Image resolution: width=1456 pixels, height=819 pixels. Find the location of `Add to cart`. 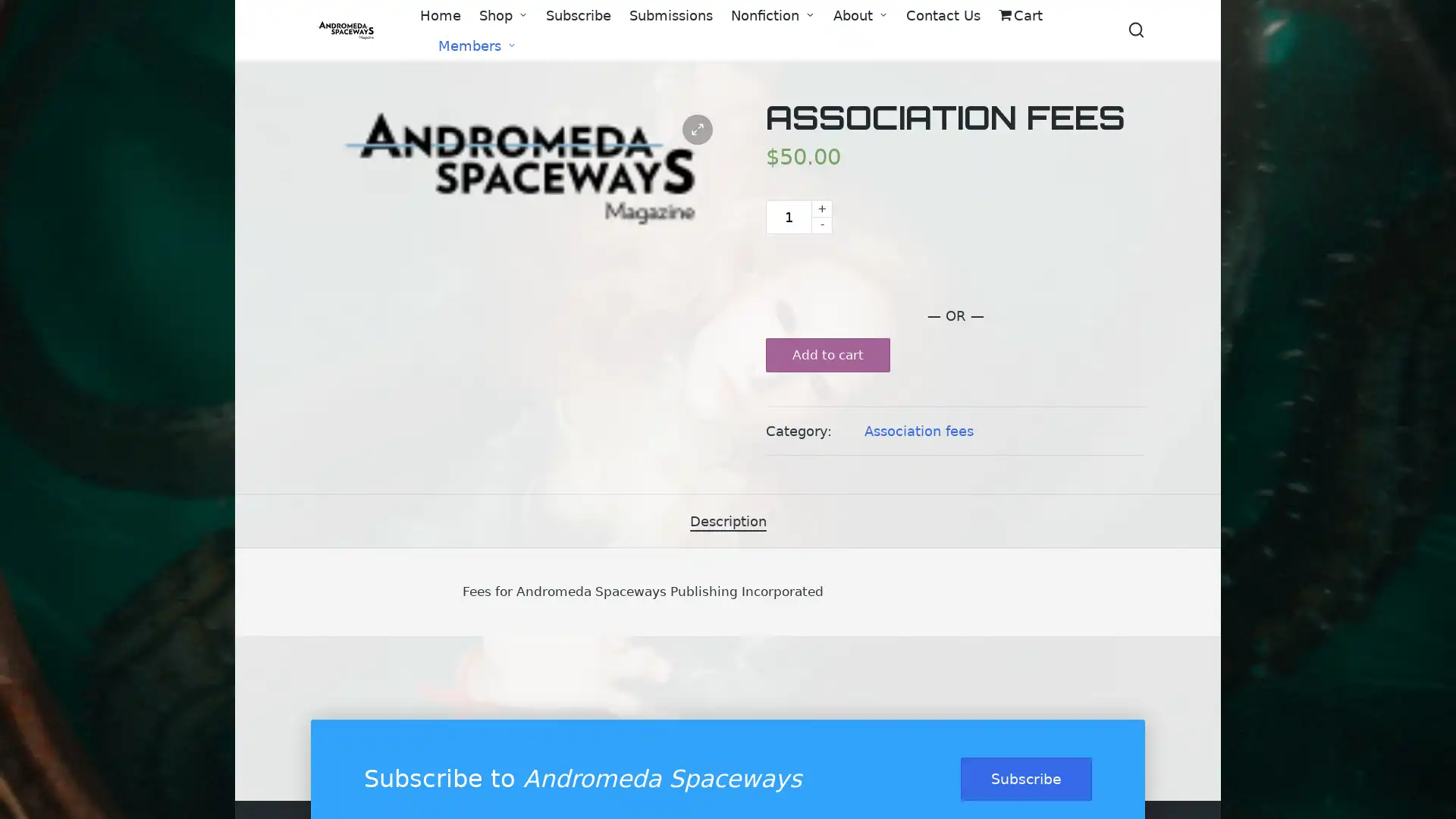

Add to cart is located at coordinates (827, 355).